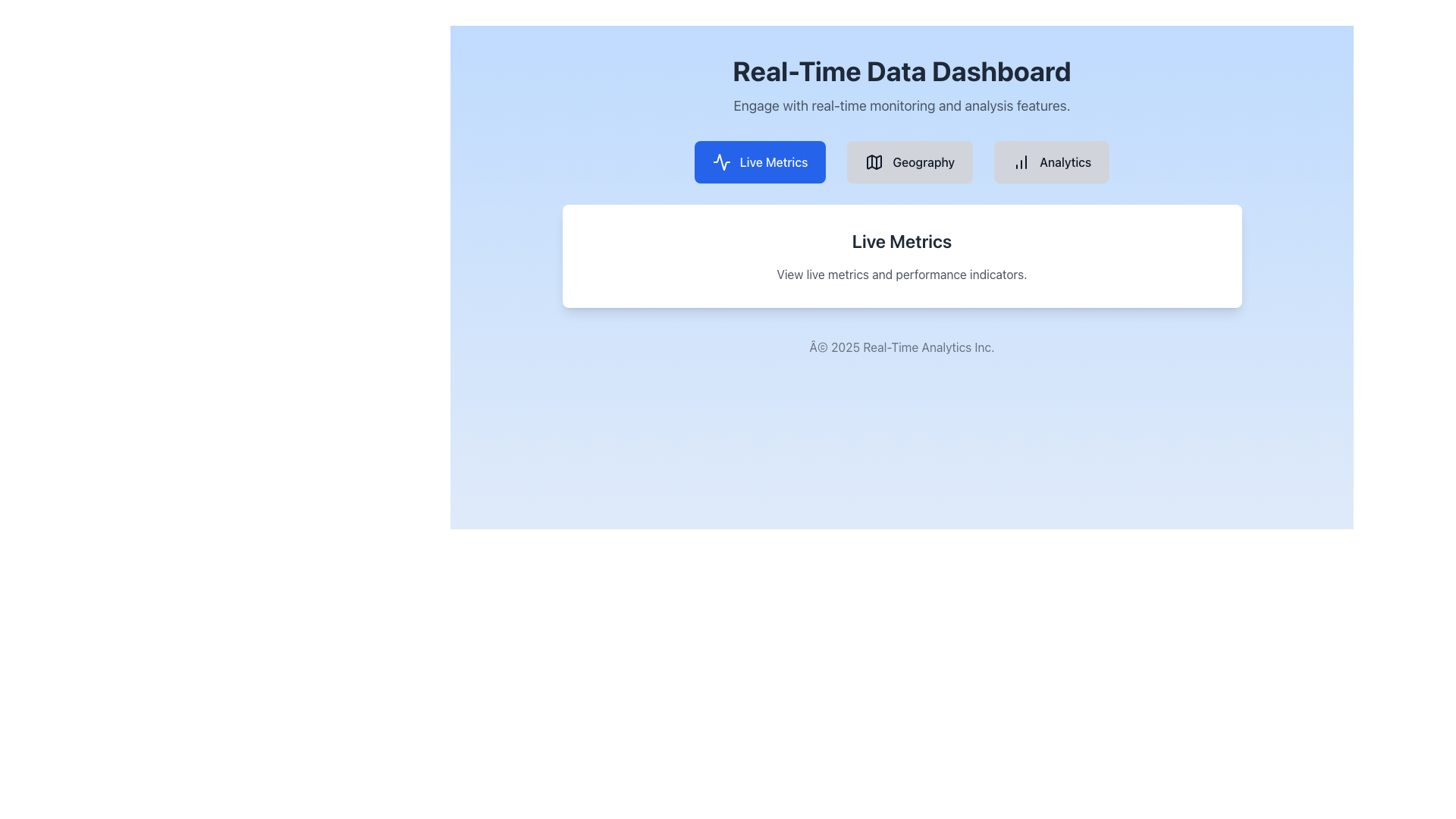 The width and height of the screenshot is (1456, 819). I want to click on the Geography icon in the navigation bar, so click(874, 162).